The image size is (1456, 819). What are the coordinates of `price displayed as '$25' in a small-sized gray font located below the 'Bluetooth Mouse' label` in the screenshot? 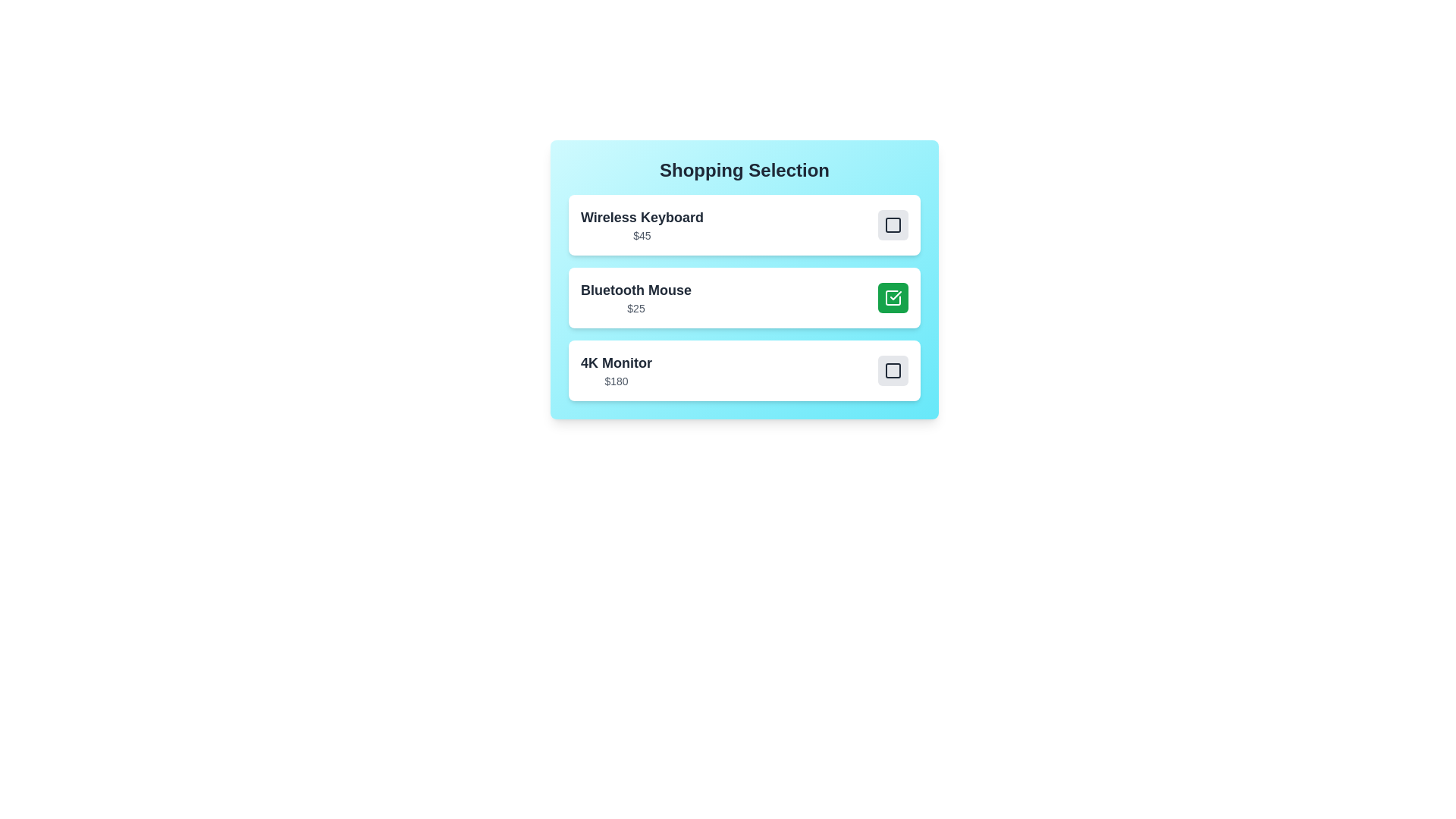 It's located at (636, 308).